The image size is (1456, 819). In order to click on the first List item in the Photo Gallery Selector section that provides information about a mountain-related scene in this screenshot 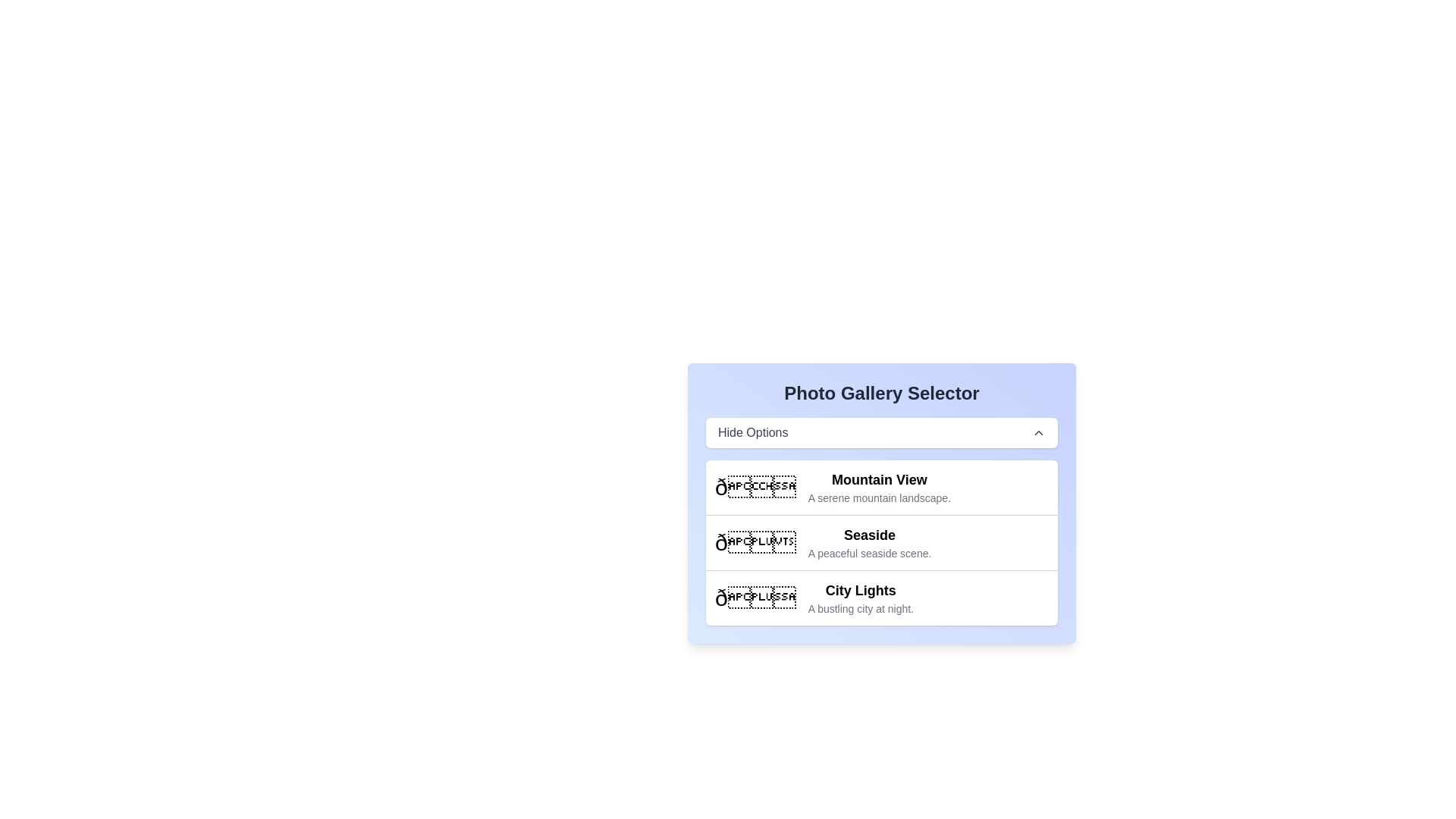, I will do `click(881, 488)`.